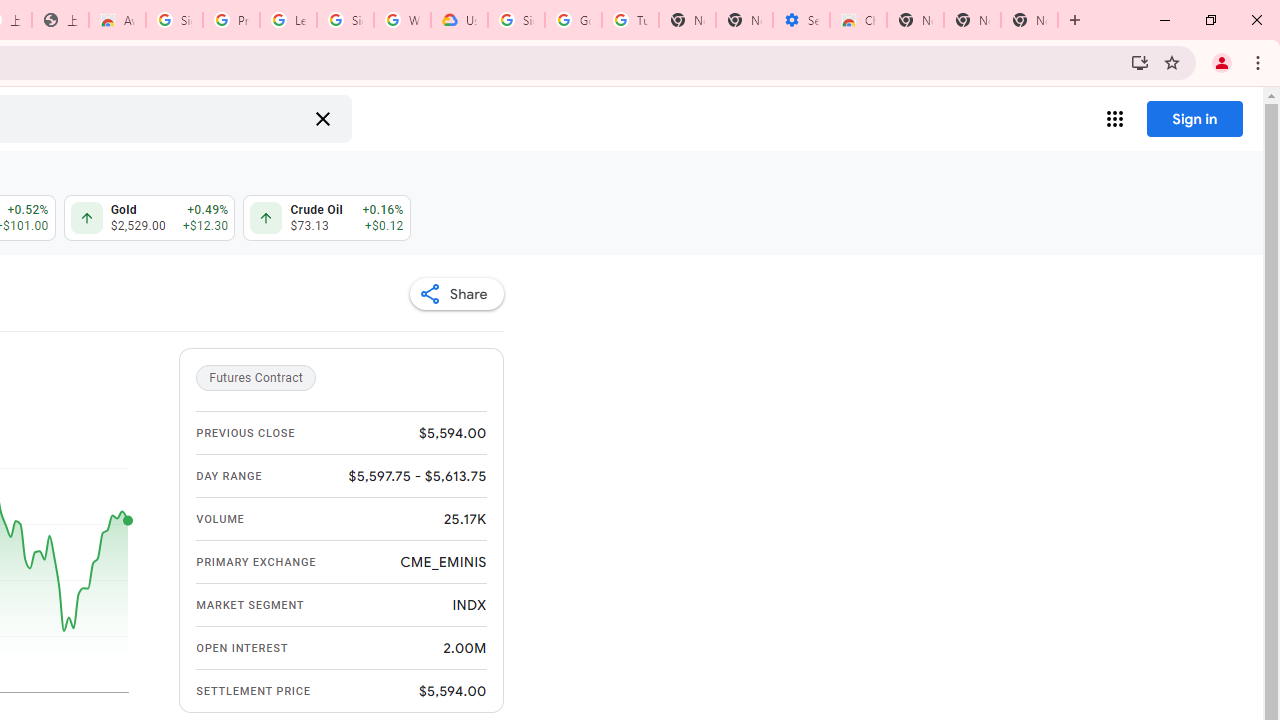 The width and height of the screenshot is (1280, 720). Describe the element at coordinates (345, 20) in the screenshot. I see `'Sign in - Google Accounts'` at that location.